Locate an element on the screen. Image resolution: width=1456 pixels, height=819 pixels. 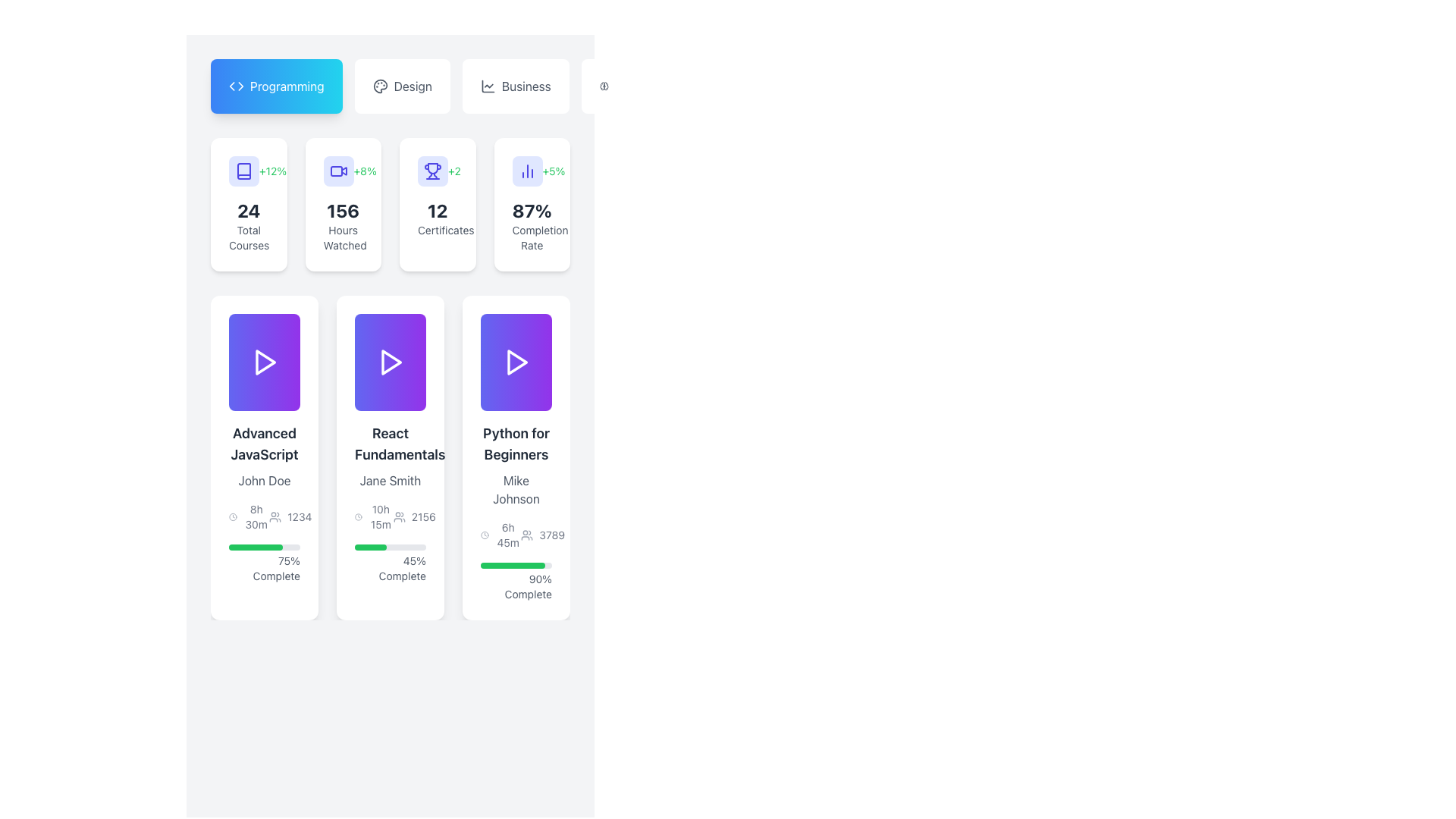
the text label that describes the meaning of the numeric value '24', which indicates the total number of courses, located within the first card in the top row of the section is located at coordinates (249, 237).